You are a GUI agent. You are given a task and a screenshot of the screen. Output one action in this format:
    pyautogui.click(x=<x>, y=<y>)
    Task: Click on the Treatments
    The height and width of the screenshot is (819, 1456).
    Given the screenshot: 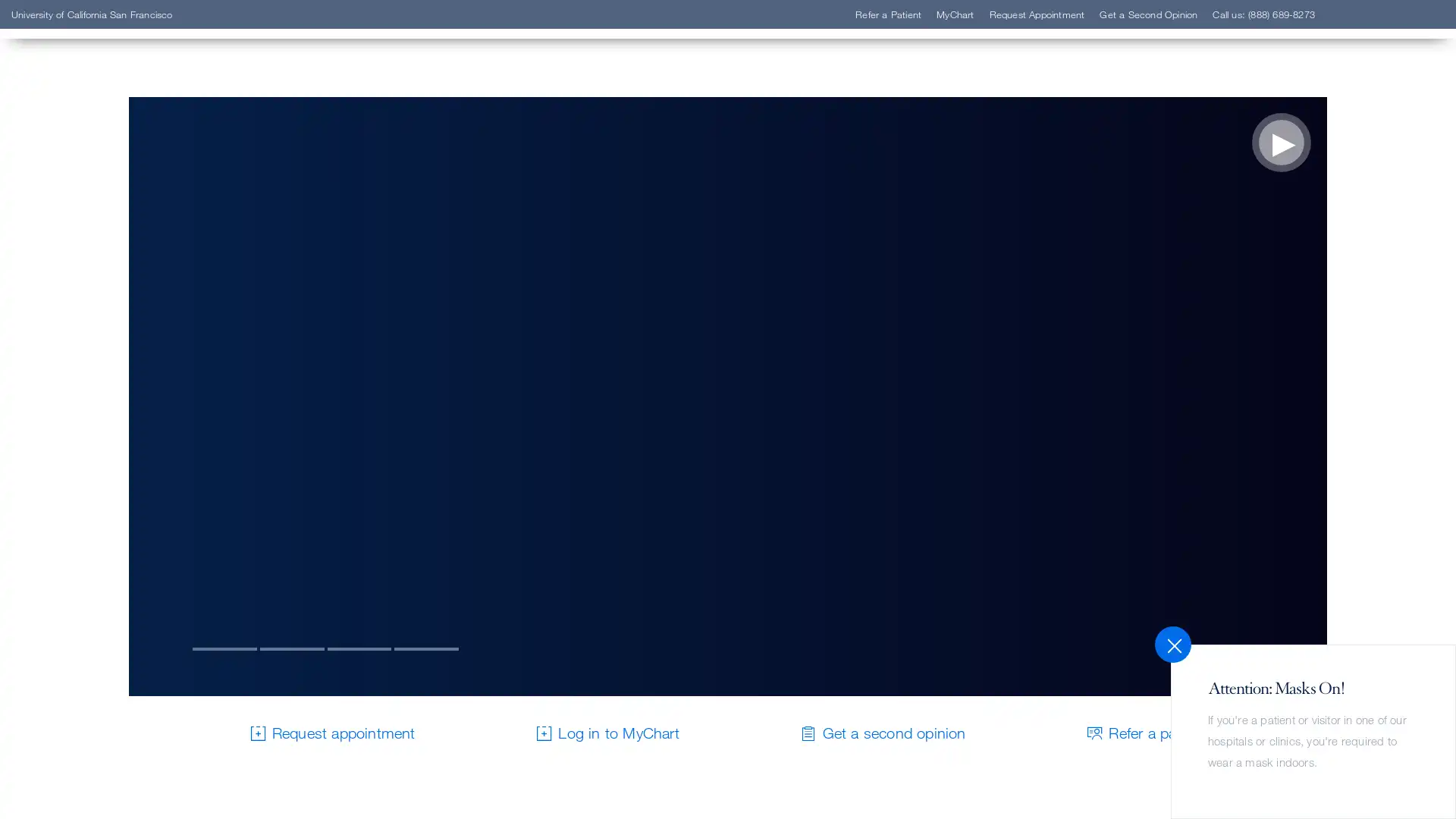 What is the action you would take?
    pyautogui.click(x=96, y=314)
    